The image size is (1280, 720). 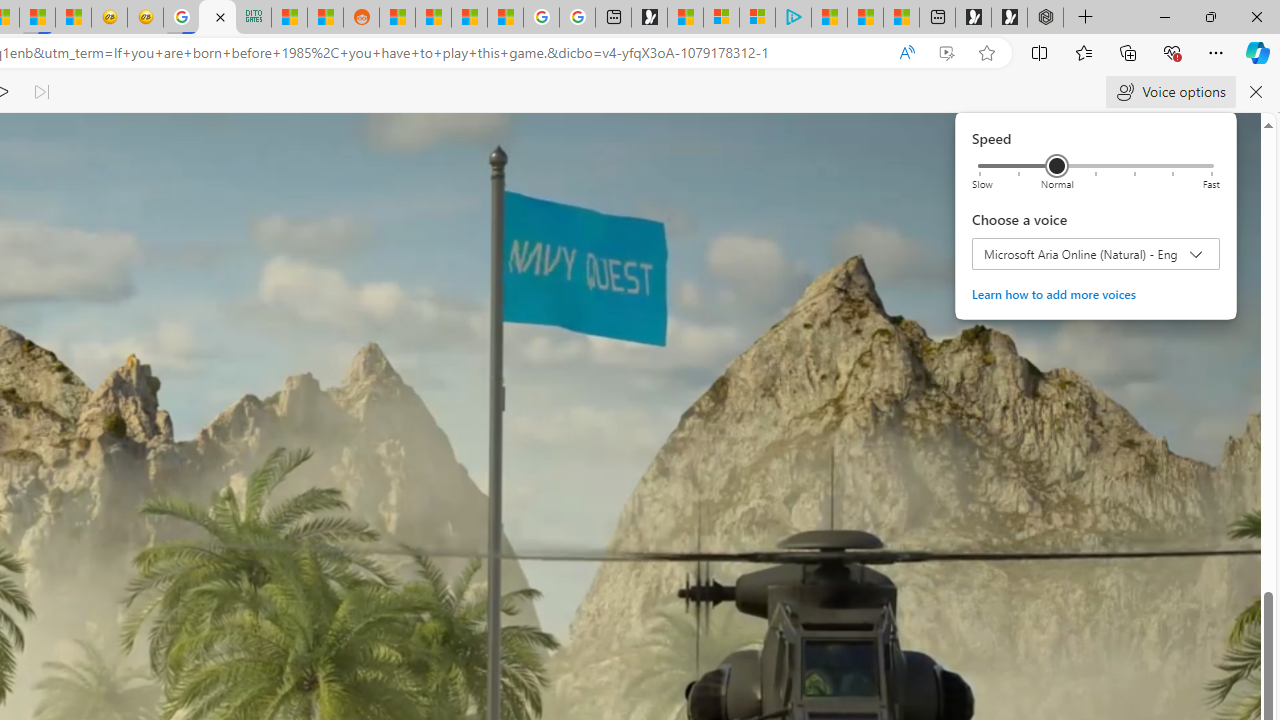 What do you see at coordinates (1009, 17) in the screenshot?
I see `'Play Free Online Games | Games from Microsoft Start'` at bounding box center [1009, 17].